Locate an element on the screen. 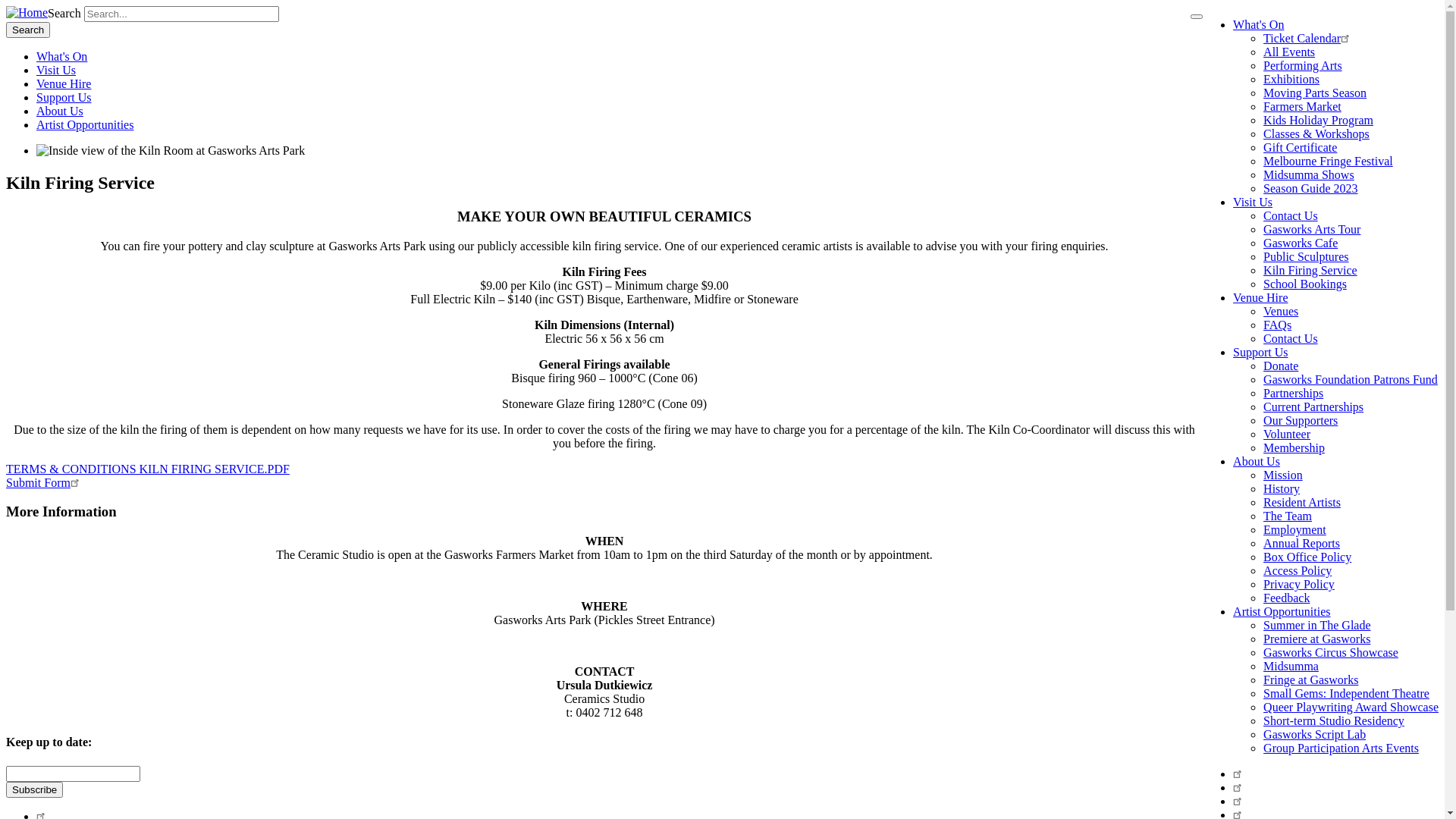  'Box Office Policy' is located at coordinates (1306, 557).